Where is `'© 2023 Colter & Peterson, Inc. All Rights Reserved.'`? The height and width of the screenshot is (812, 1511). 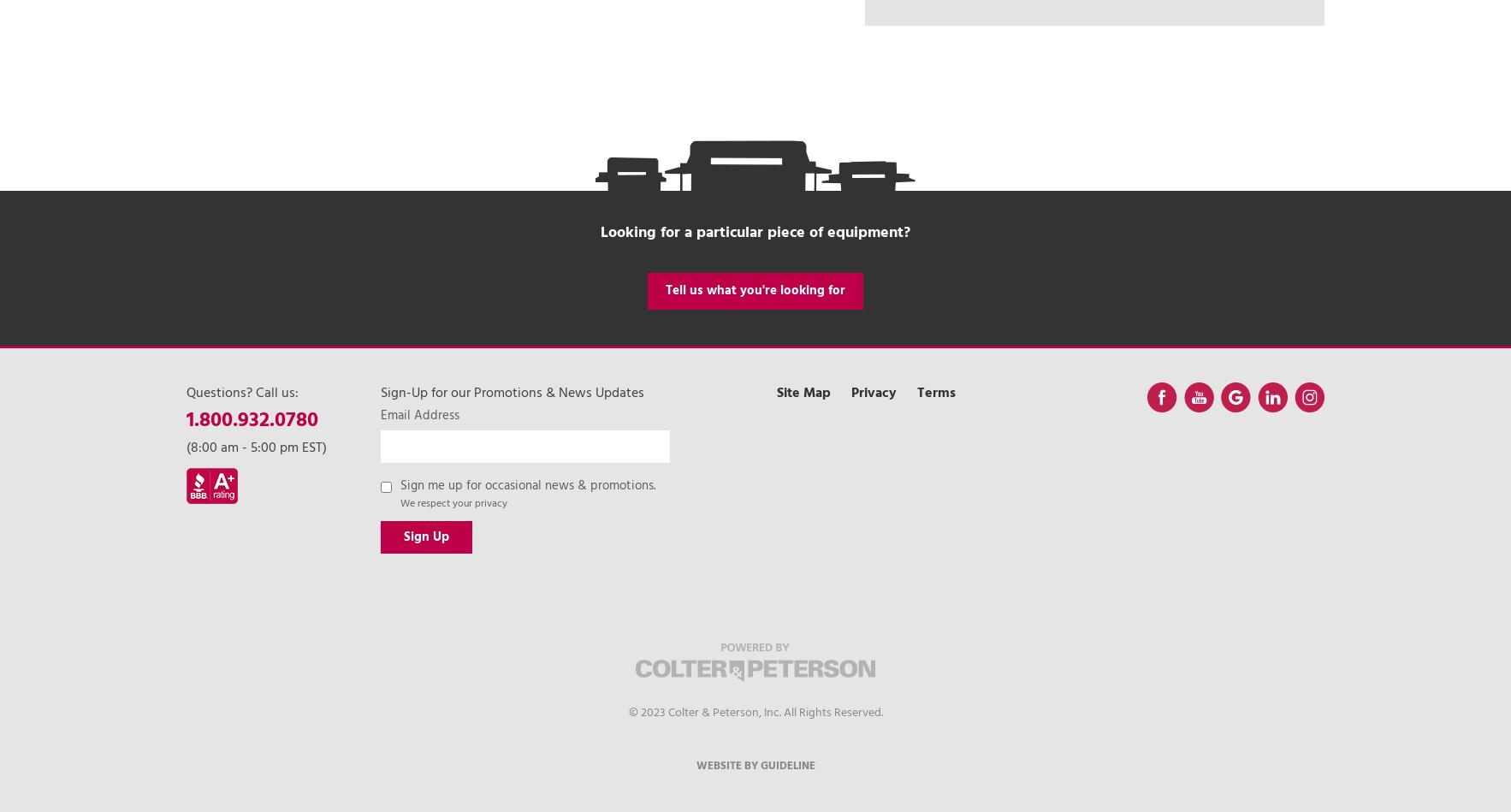
'© 2023 Colter & Peterson, Inc. All Rights Reserved.' is located at coordinates (755, 711).